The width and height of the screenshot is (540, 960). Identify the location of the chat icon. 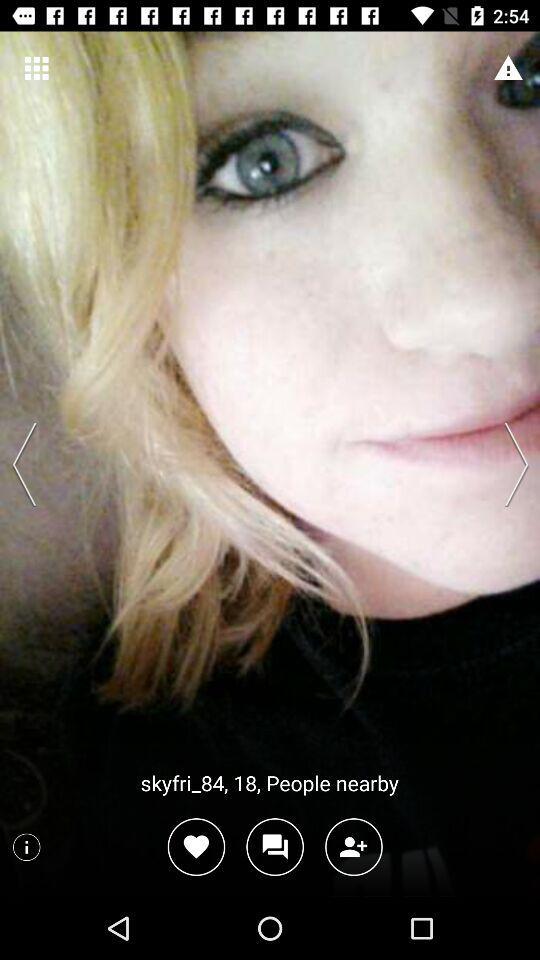
(274, 846).